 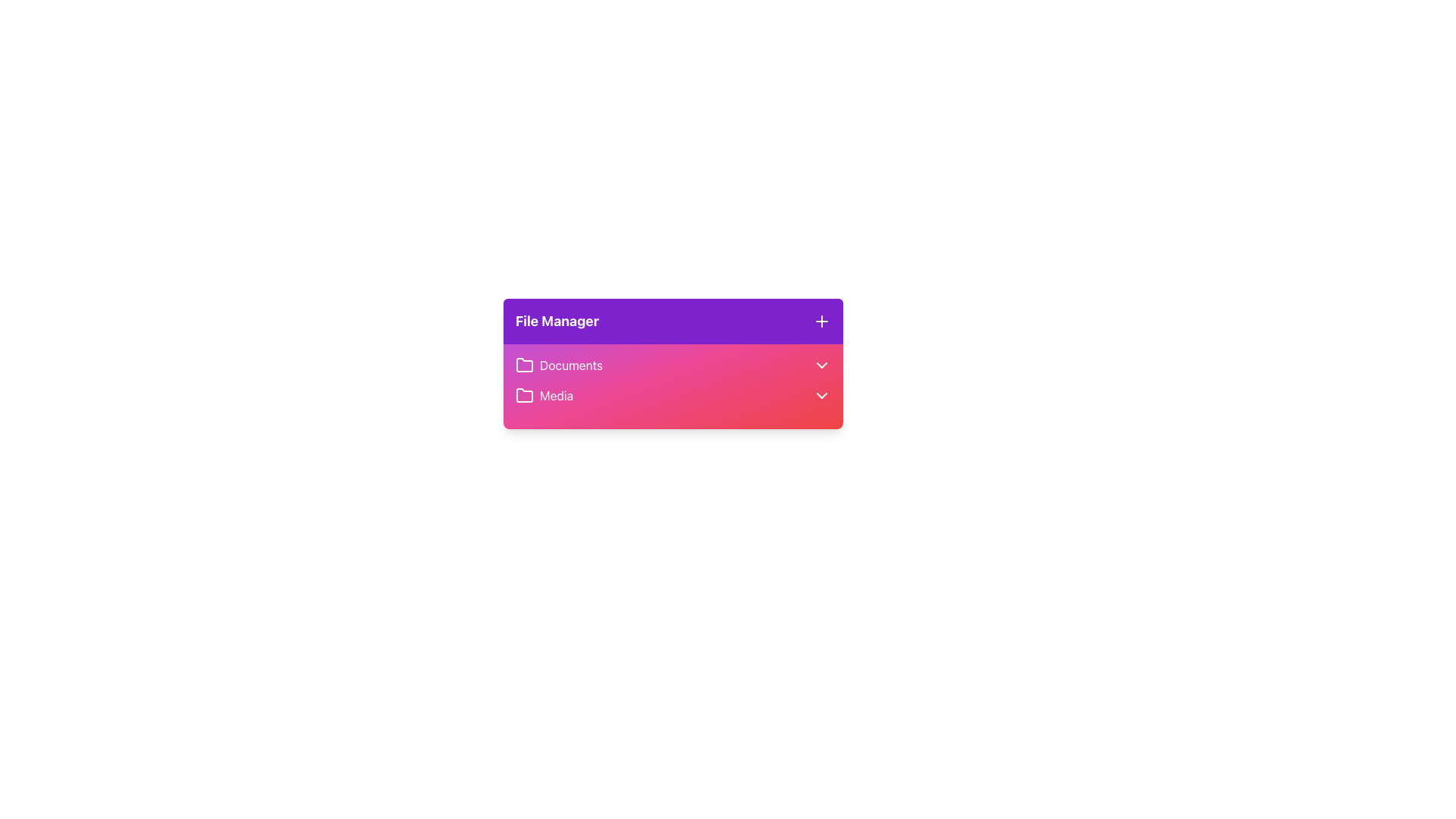 I want to click on the text label that serves as a title or heading for the file manager, located in the purple header section, centered horizontally and aligned left of the '+' icon button, so click(x=556, y=321).